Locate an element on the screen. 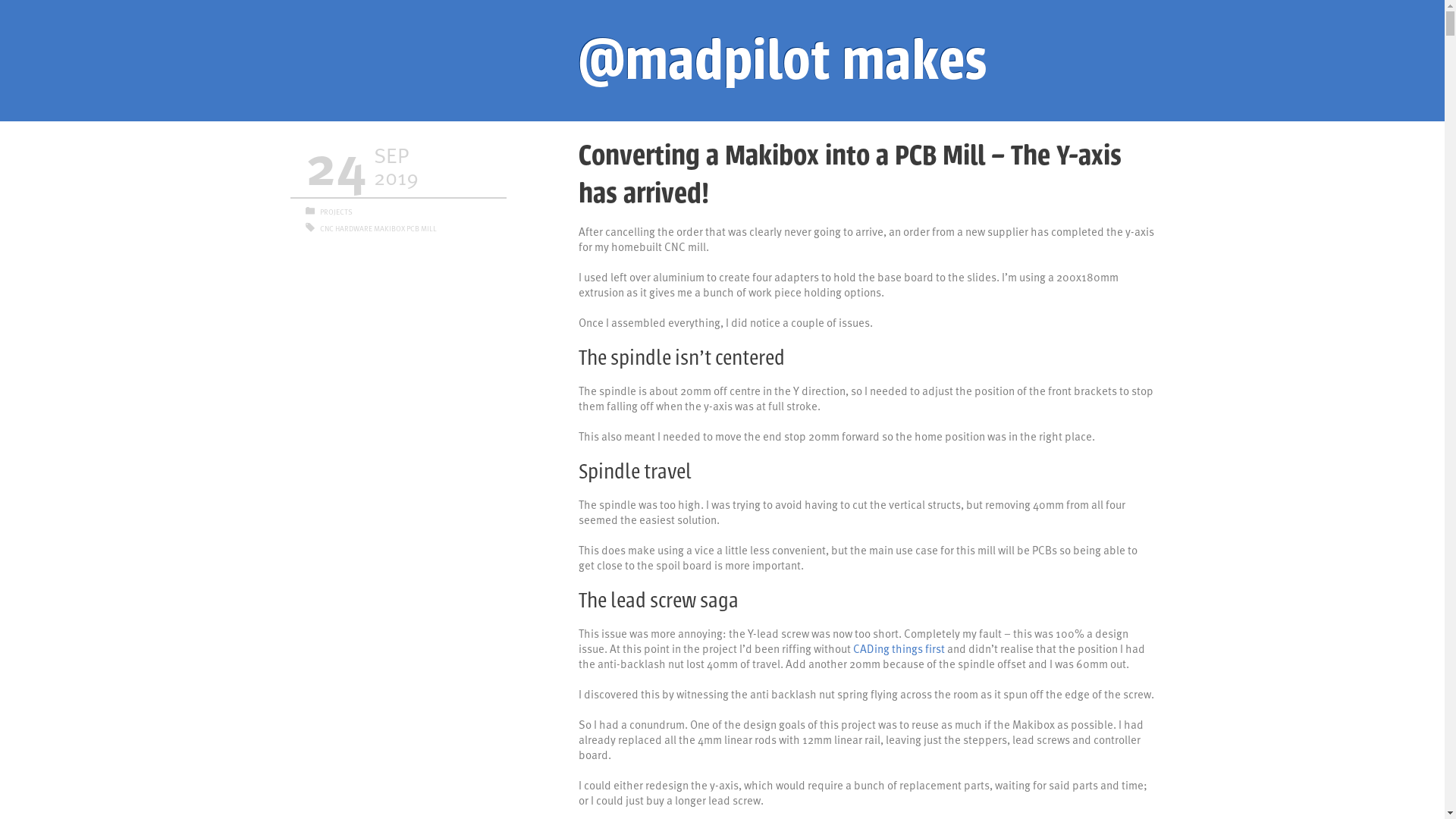 The width and height of the screenshot is (1456, 819). 'PCB MILL' is located at coordinates (422, 227).